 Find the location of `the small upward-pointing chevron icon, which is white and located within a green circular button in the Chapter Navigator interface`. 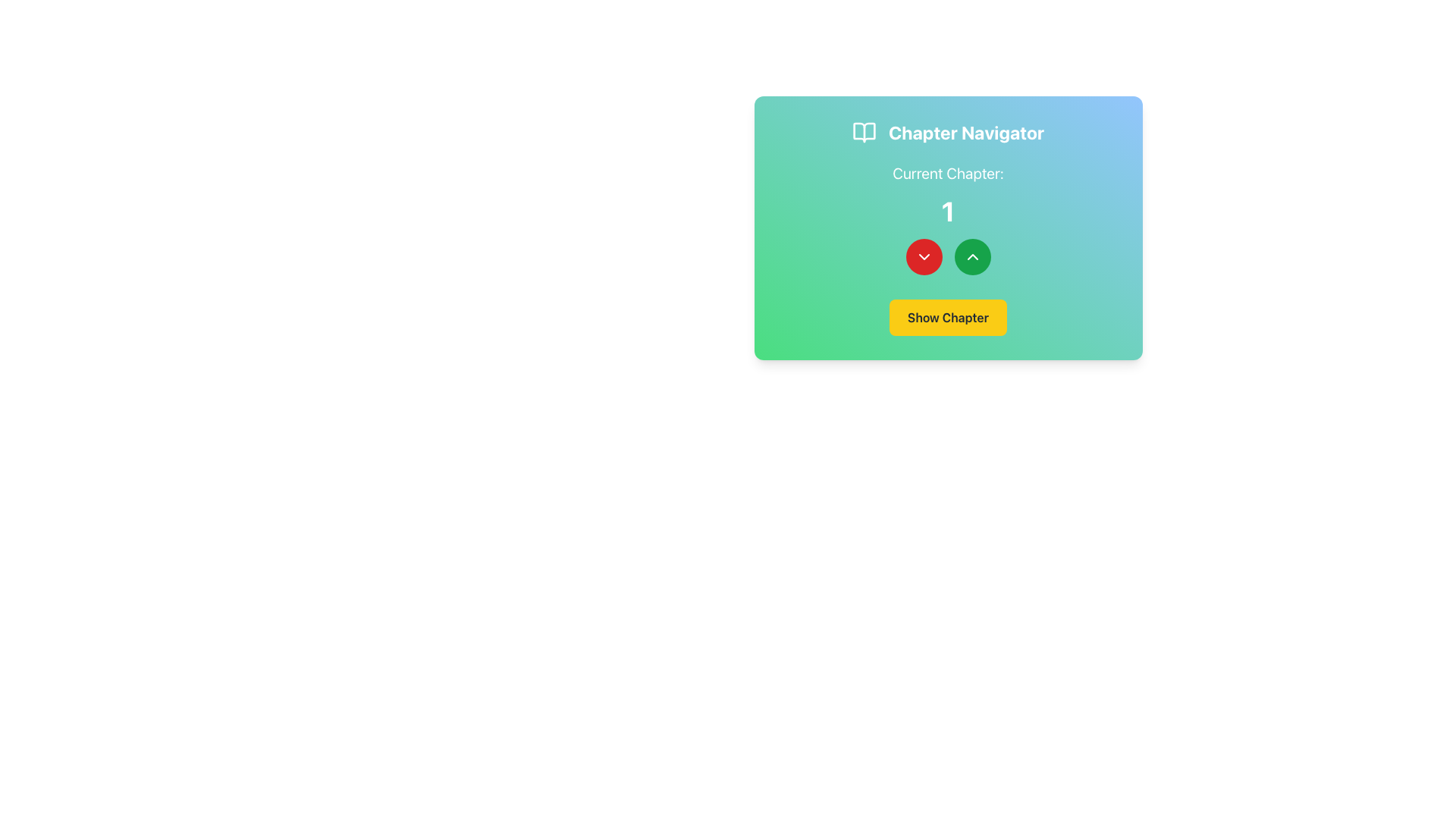

the small upward-pointing chevron icon, which is white and located within a green circular button in the Chapter Navigator interface is located at coordinates (972, 256).